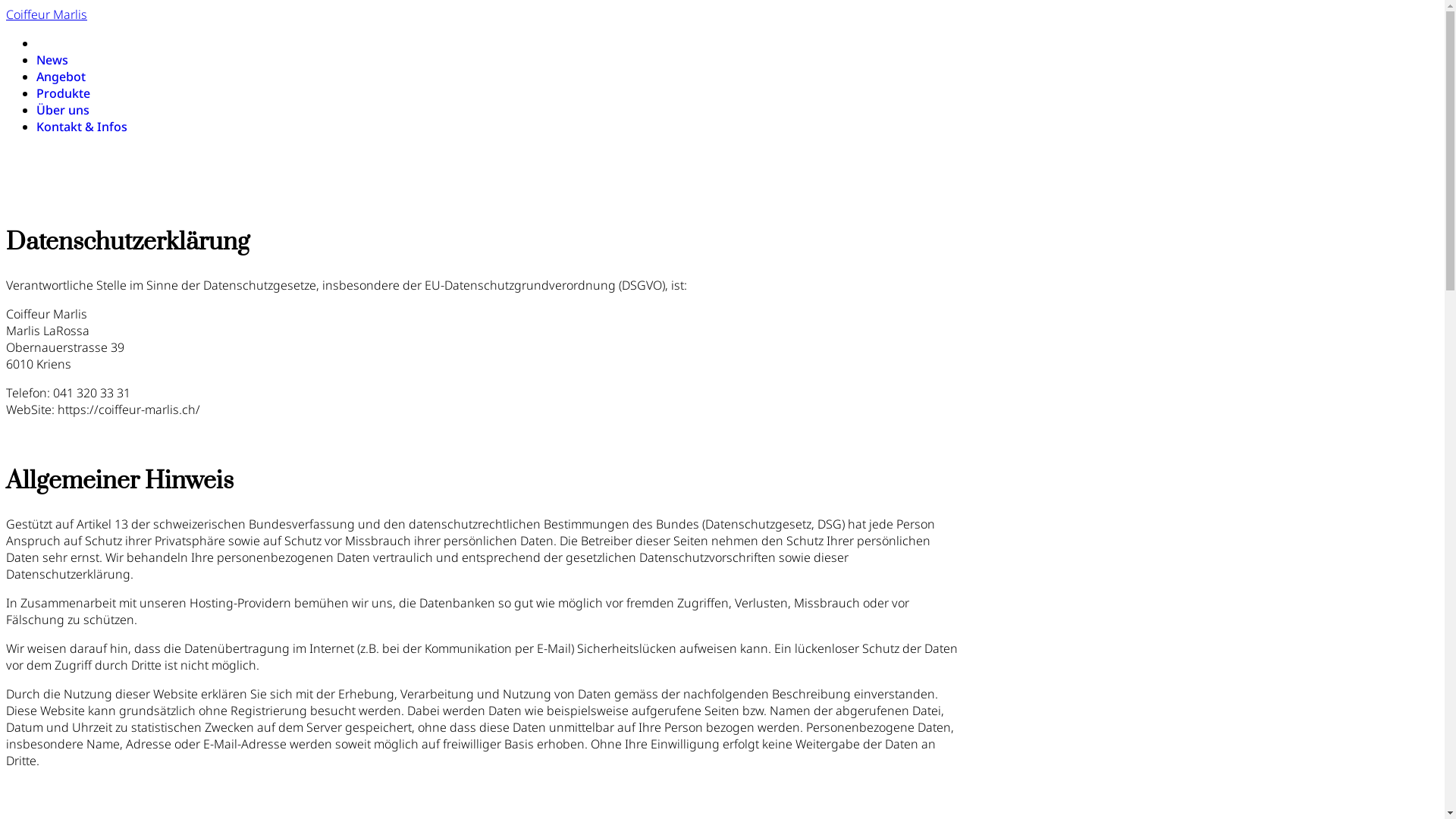  What do you see at coordinates (62, 93) in the screenshot?
I see `'Produkte'` at bounding box center [62, 93].